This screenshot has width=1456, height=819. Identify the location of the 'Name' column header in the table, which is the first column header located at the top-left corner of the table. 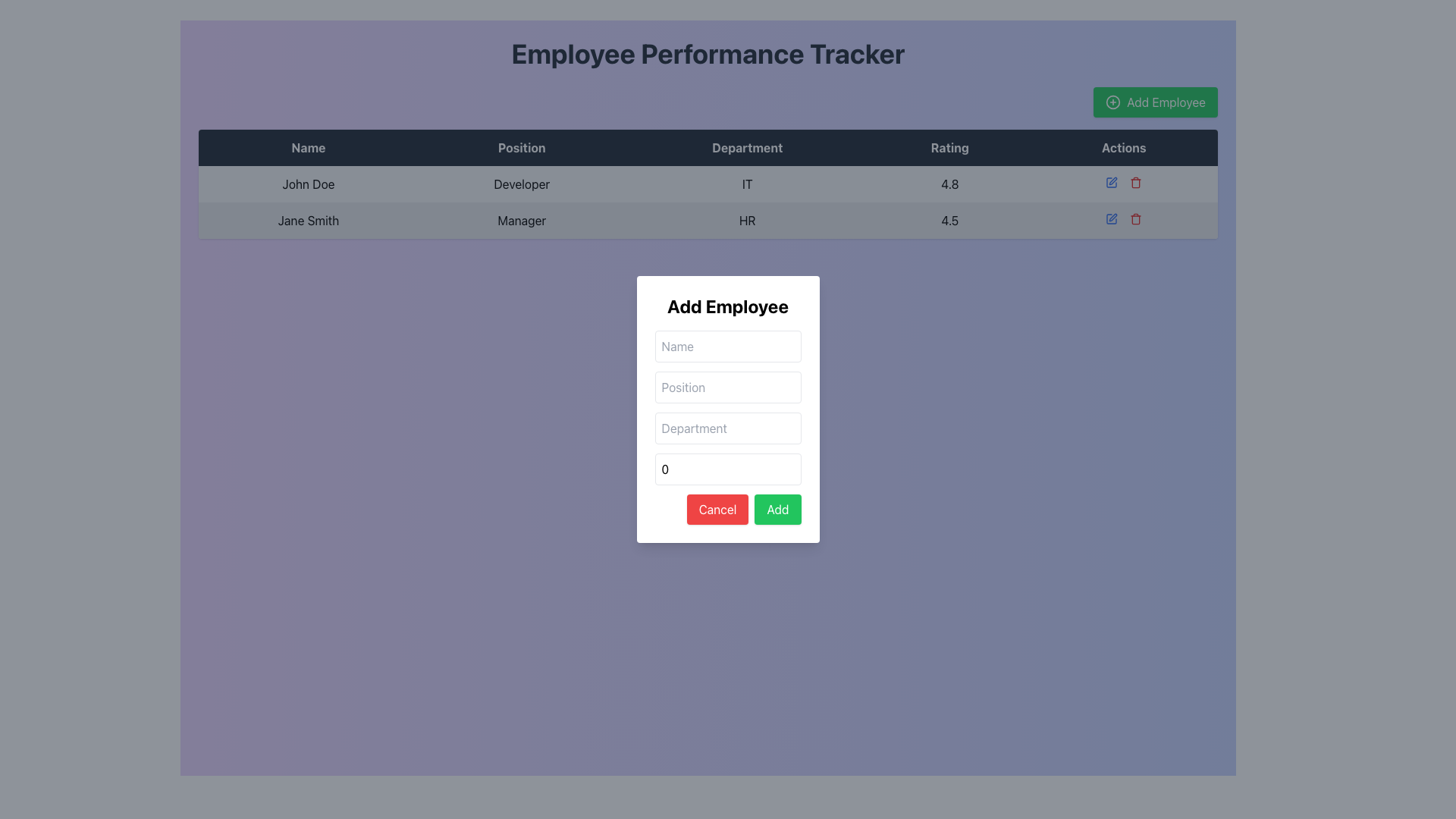
(308, 148).